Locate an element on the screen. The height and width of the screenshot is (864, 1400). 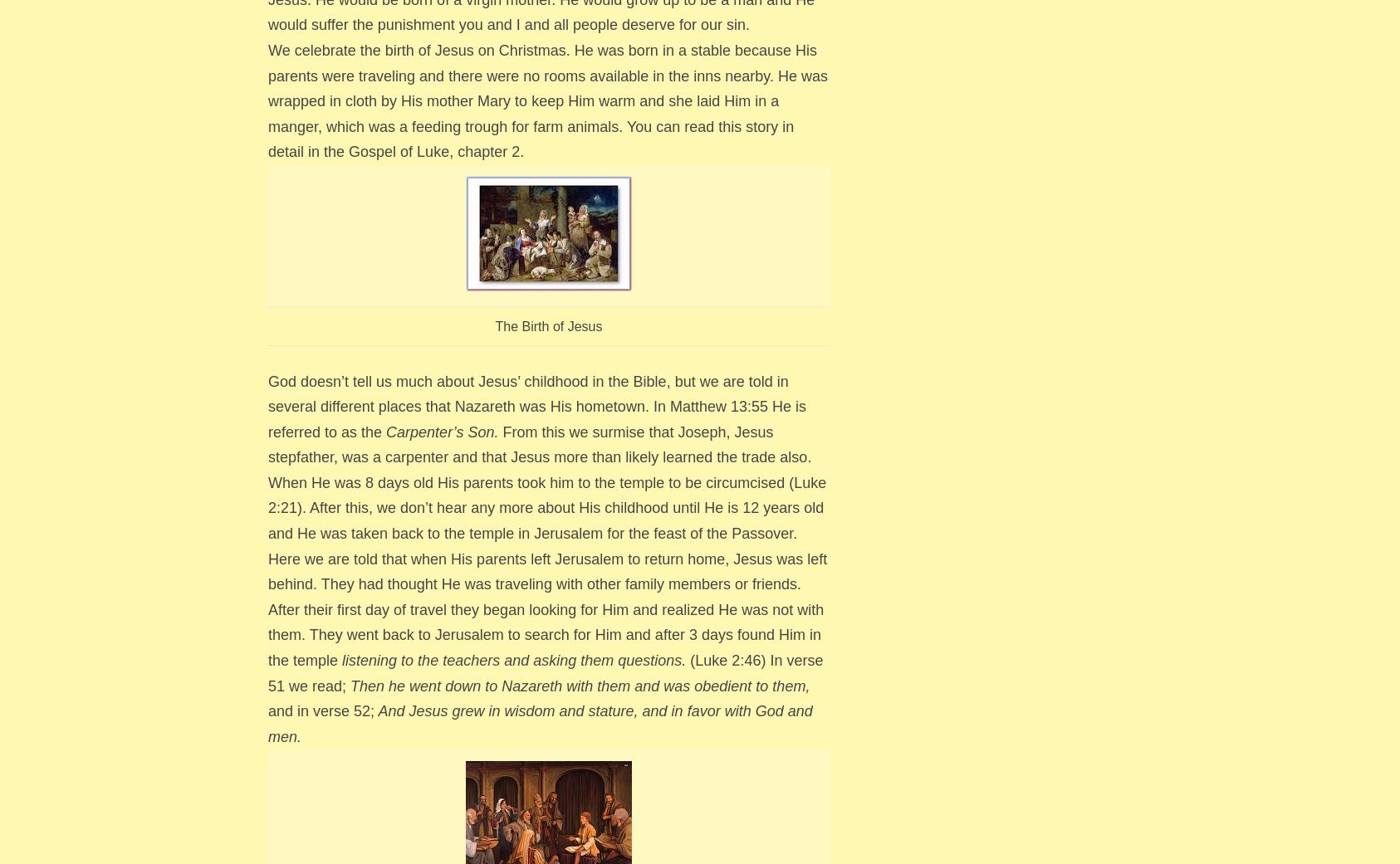
'We celebrate the birth of Jesus on Christmas. He was born in a stable because His parents were traveling and there were no rooms available in the inns nearby. He was wrapped in cloth by His mother Mary to keep Him warm and she laid Him in a manger, which was a feeding trough for farm animals. You can read this story in detail in the Gospel of Luke, chapter 2.' is located at coordinates (547, 100).